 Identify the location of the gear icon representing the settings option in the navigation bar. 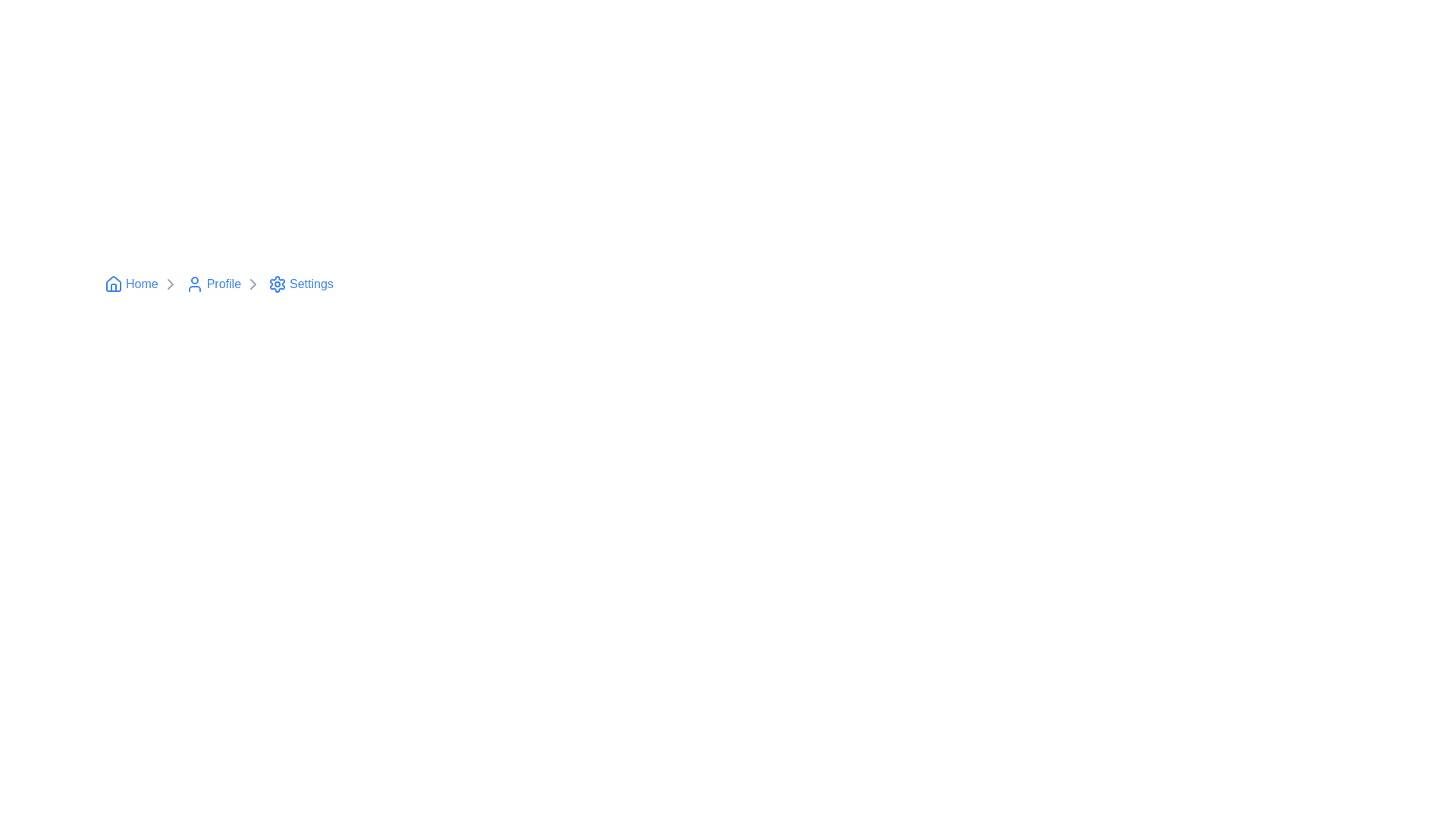
(278, 284).